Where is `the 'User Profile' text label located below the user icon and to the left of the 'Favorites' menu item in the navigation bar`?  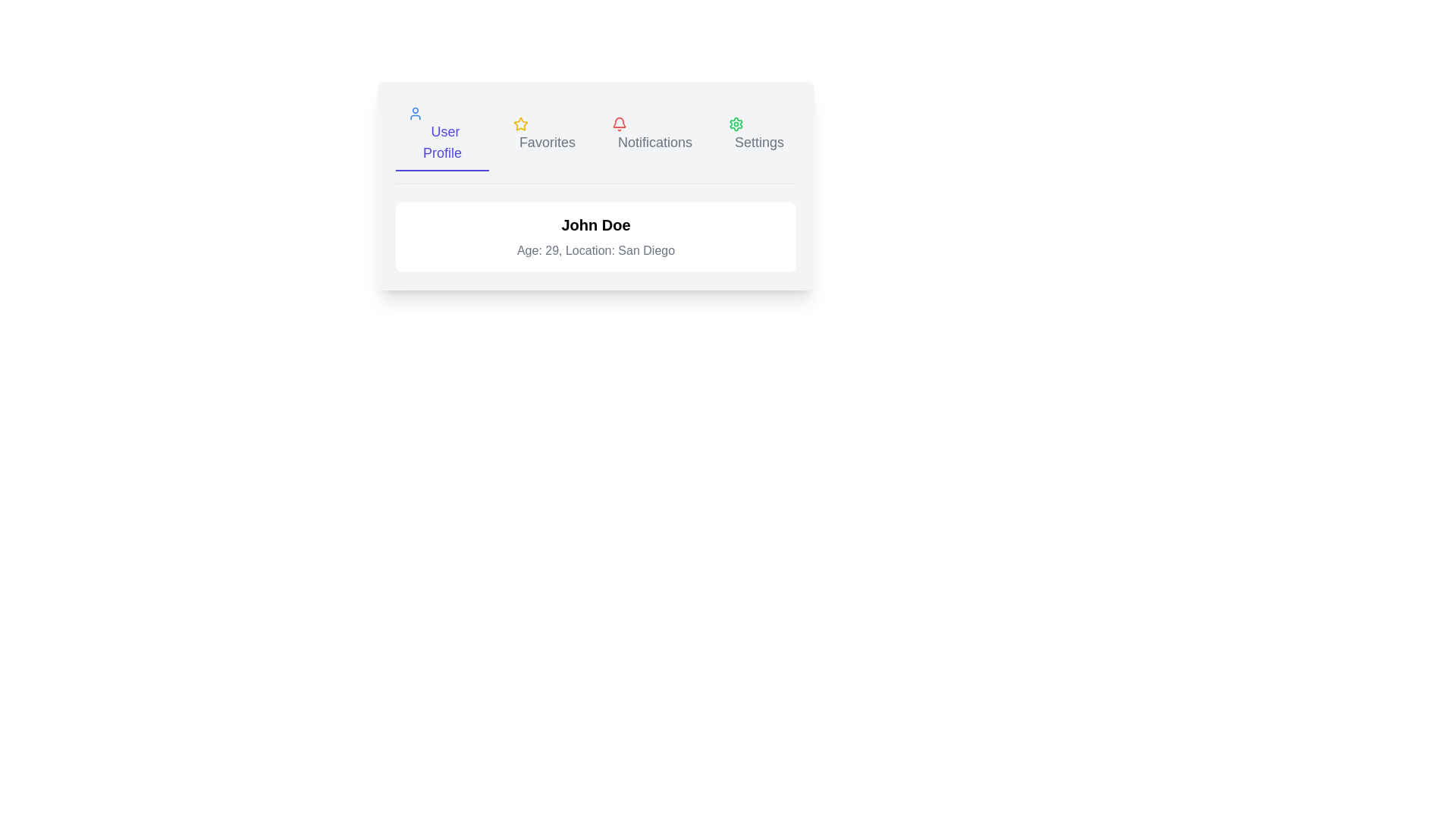
the 'User Profile' text label located below the user icon and to the left of the 'Favorites' menu item in the navigation bar is located at coordinates (441, 143).